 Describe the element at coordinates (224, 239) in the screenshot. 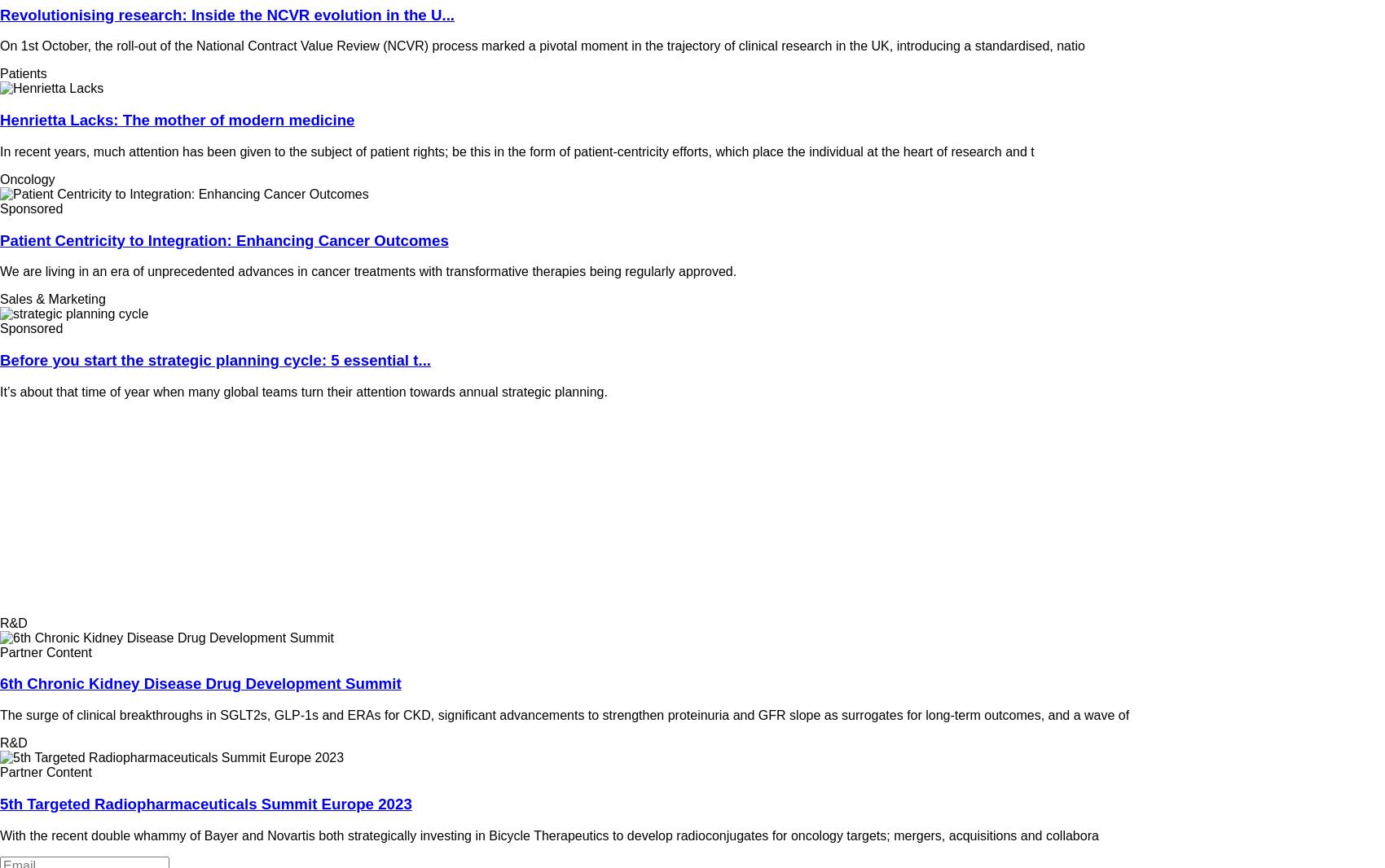

I see `'Patient Centricity to Integration: Enhancing Cancer Outcomes'` at that location.